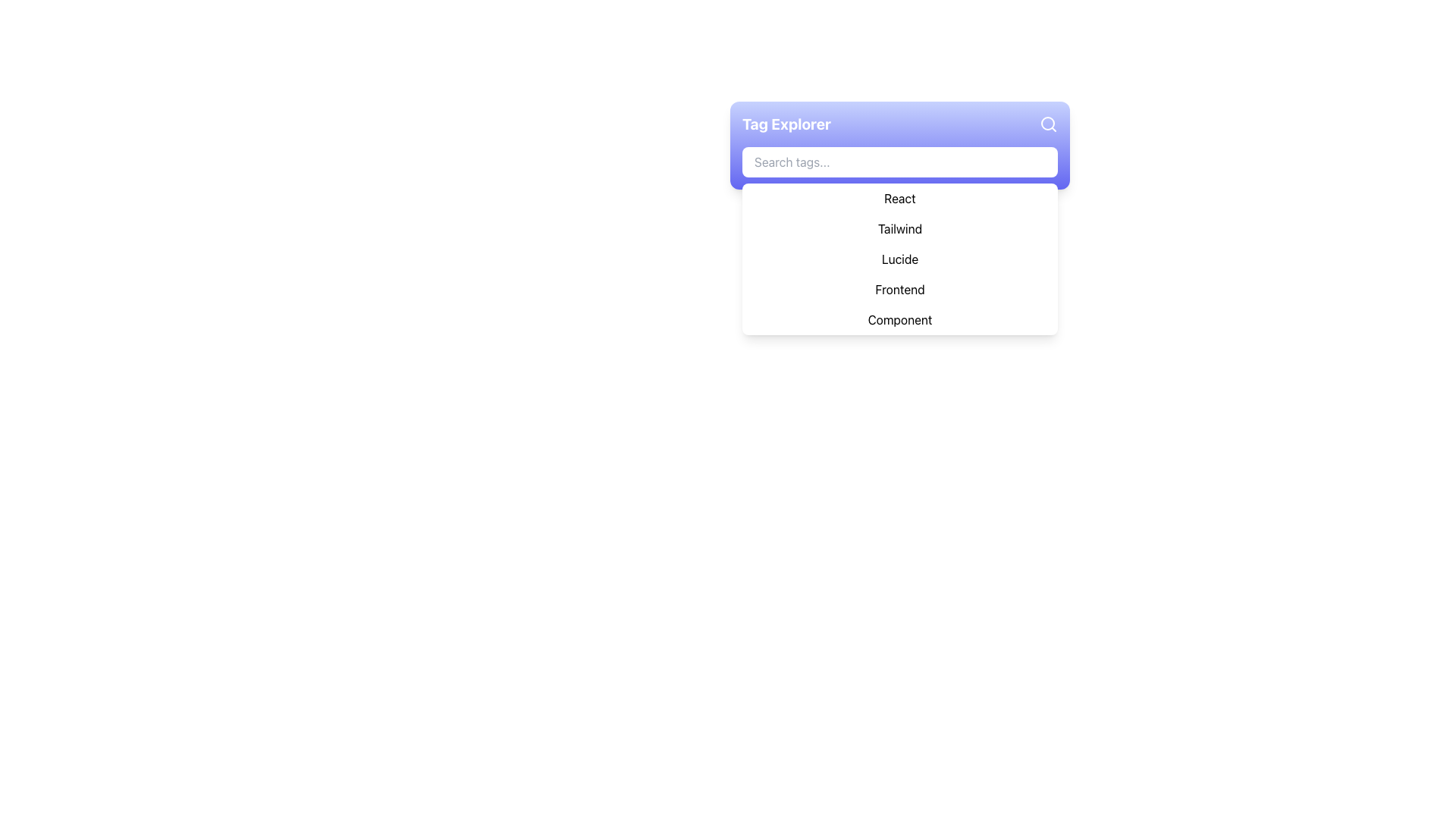 Image resolution: width=1456 pixels, height=819 pixels. Describe the element at coordinates (899, 228) in the screenshot. I see `the text-based selectable list item displaying 'Tailwind'` at that location.